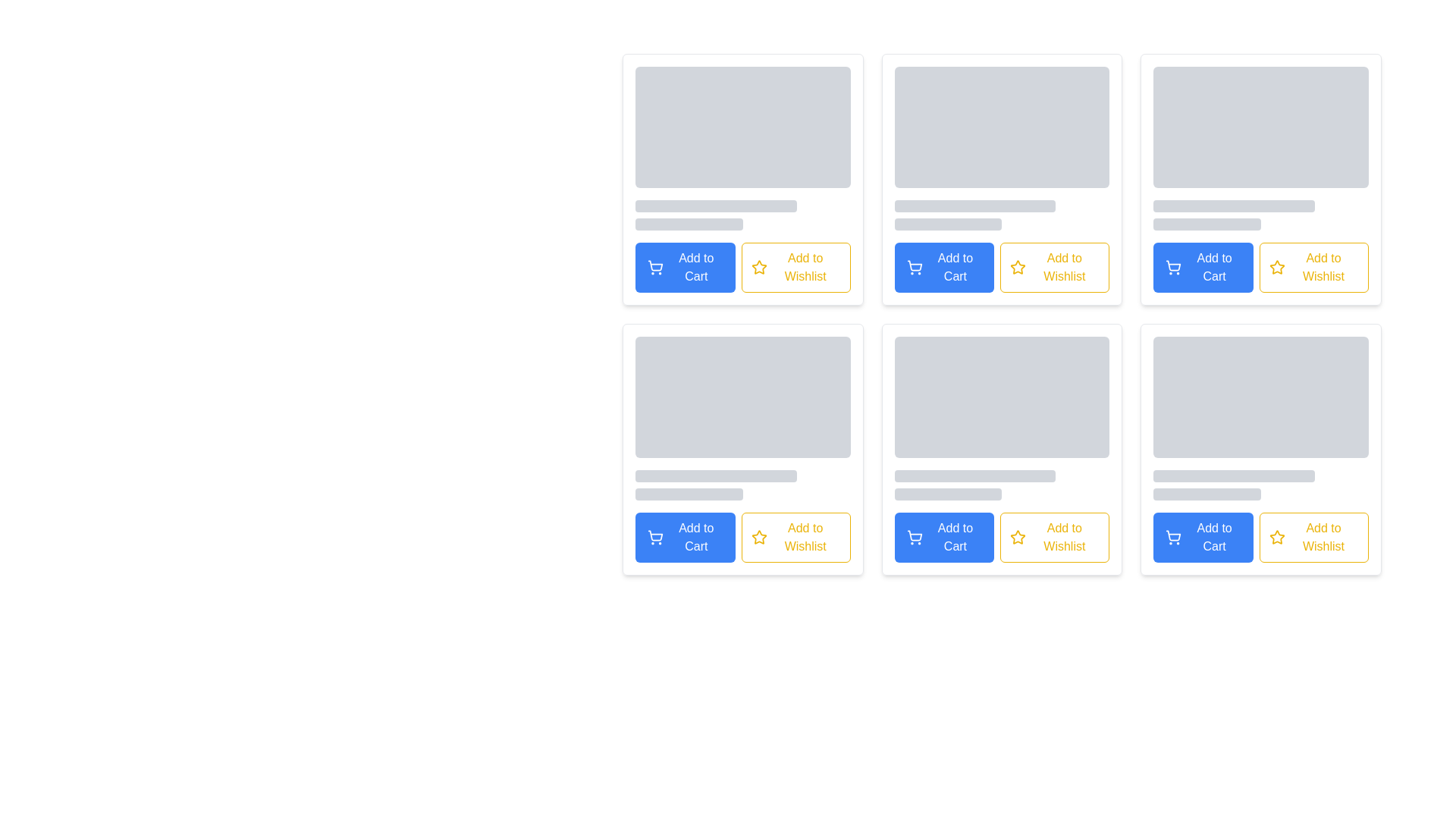 The image size is (1456, 819). Describe the element at coordinates (1313, 537) in the screenshot. I see `the 'Add to Wishlist' button` at that location.